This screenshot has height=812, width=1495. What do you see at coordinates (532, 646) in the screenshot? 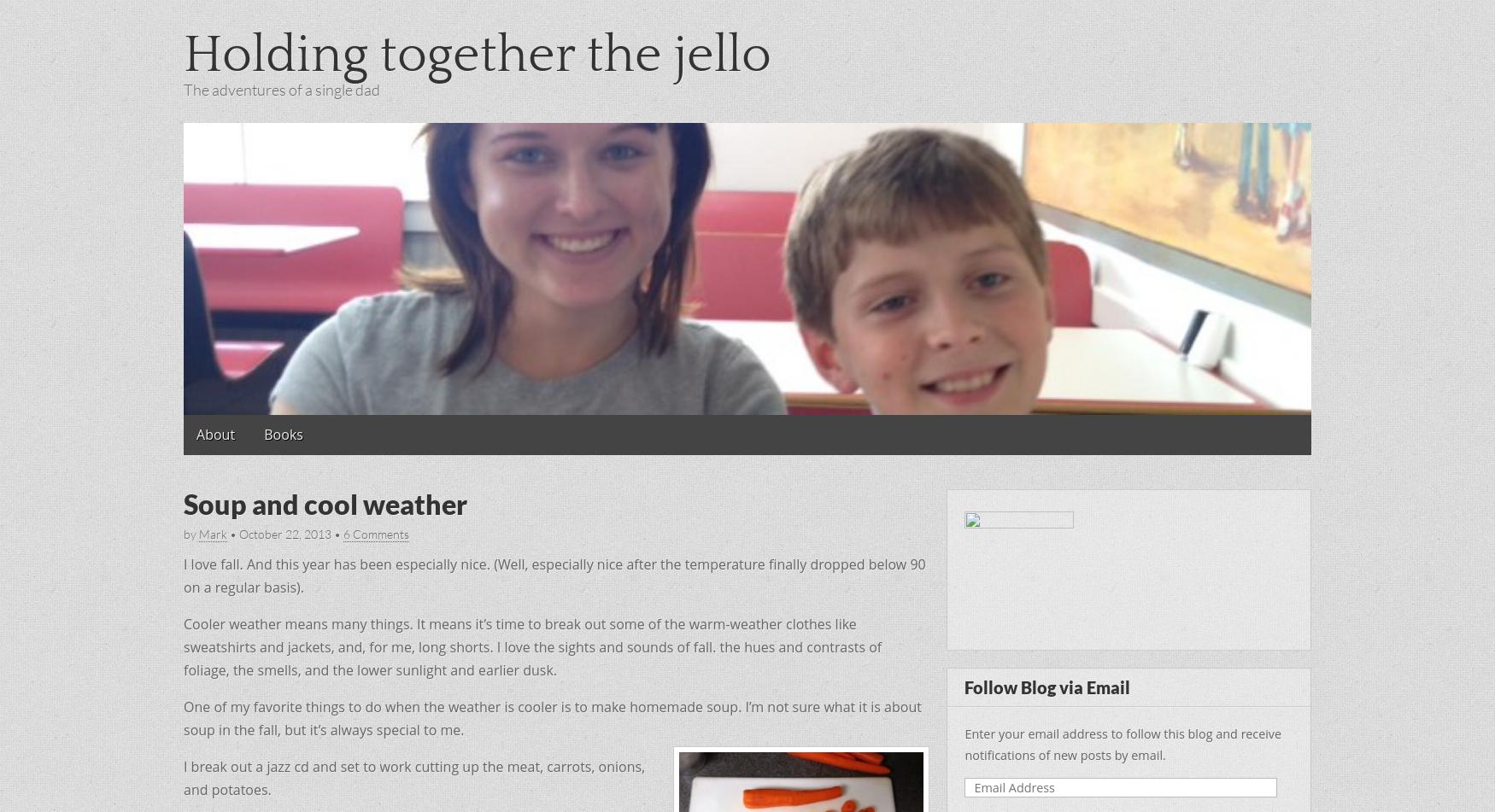
I see `'Cooler weather means many things. It means it’s time to break out some of the warm-weather clothes like sweatshirts and jackets, and, for me, long shorts. I love the sights and sounds of fall. the hues and contrasts of foliage, the smells, and the lower sunlight and earlier dusk.'` at bounding box center [532, 646].